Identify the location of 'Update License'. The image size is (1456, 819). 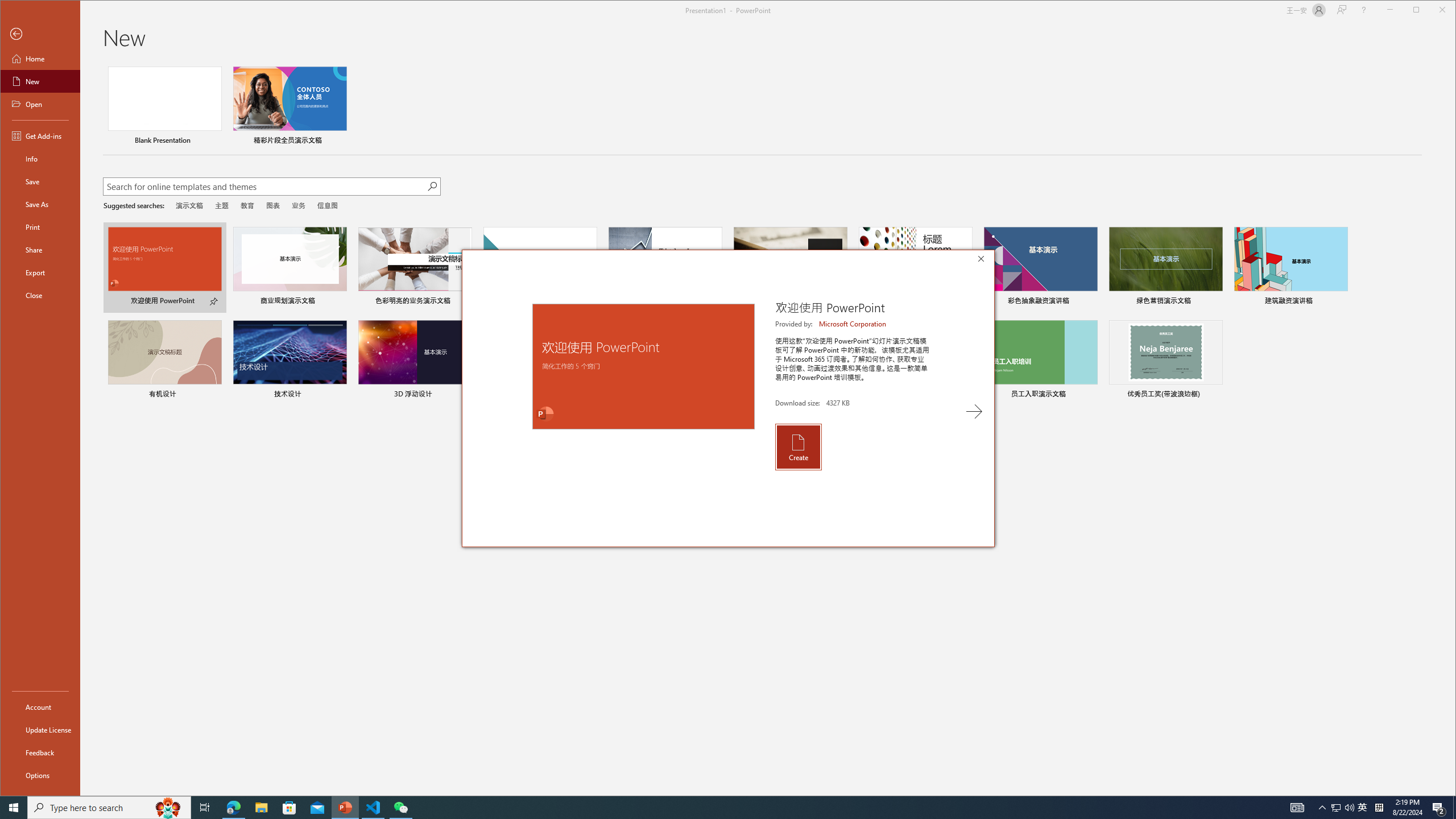
(39, 729).